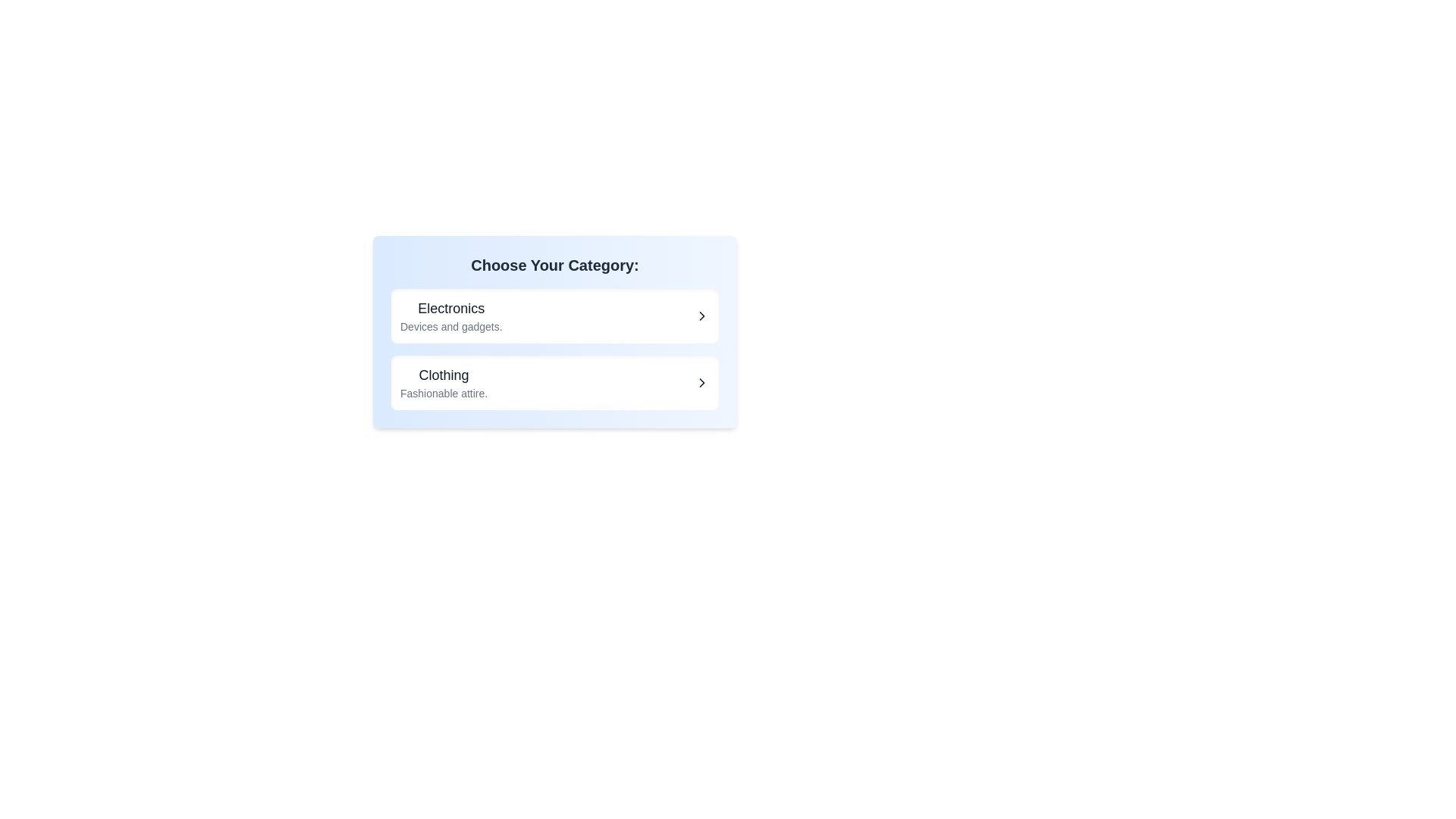 This screenshot has height=819, width=1456. Describe the element at coordinates (450, 326) in the screenshot. I see `text label displaying 'Devices and gadgets.' which is positioned beneath the title 'Electronics' in the categorized list of elements` at that location.